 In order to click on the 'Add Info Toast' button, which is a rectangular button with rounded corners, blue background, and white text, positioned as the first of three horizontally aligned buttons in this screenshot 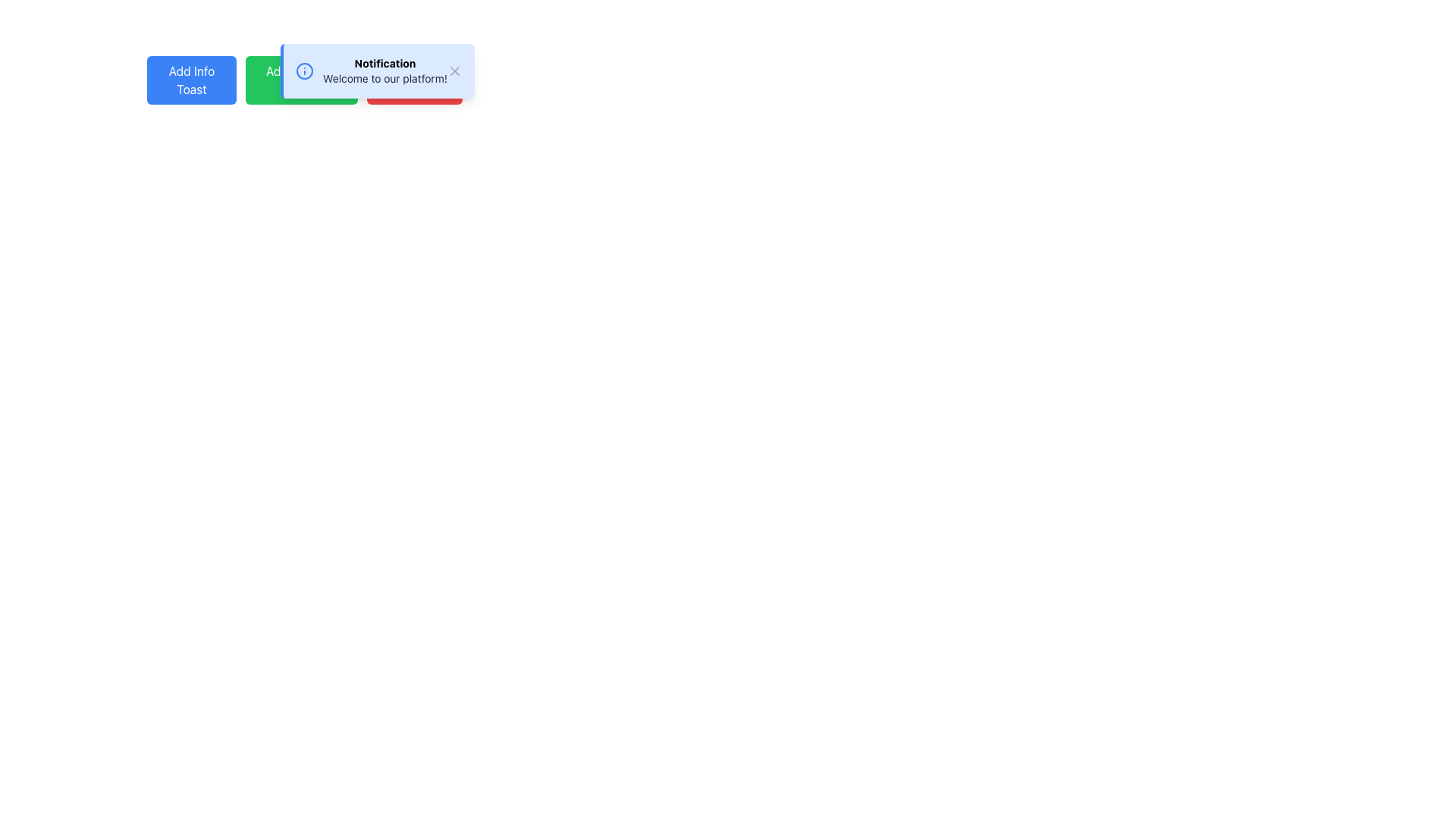, I will do `click(191, 80)`.